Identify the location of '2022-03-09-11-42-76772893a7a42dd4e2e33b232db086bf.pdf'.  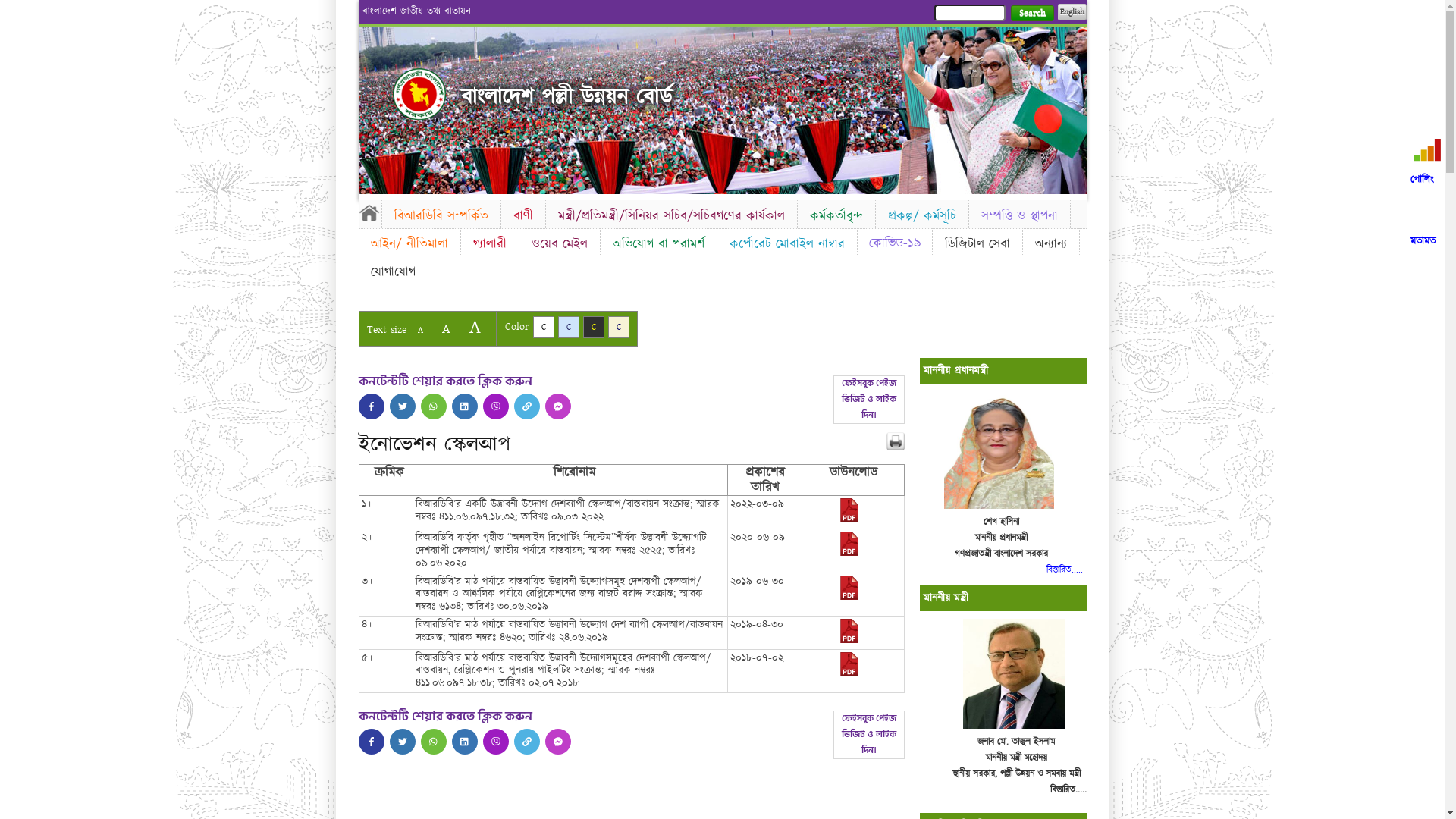
(848, 519).